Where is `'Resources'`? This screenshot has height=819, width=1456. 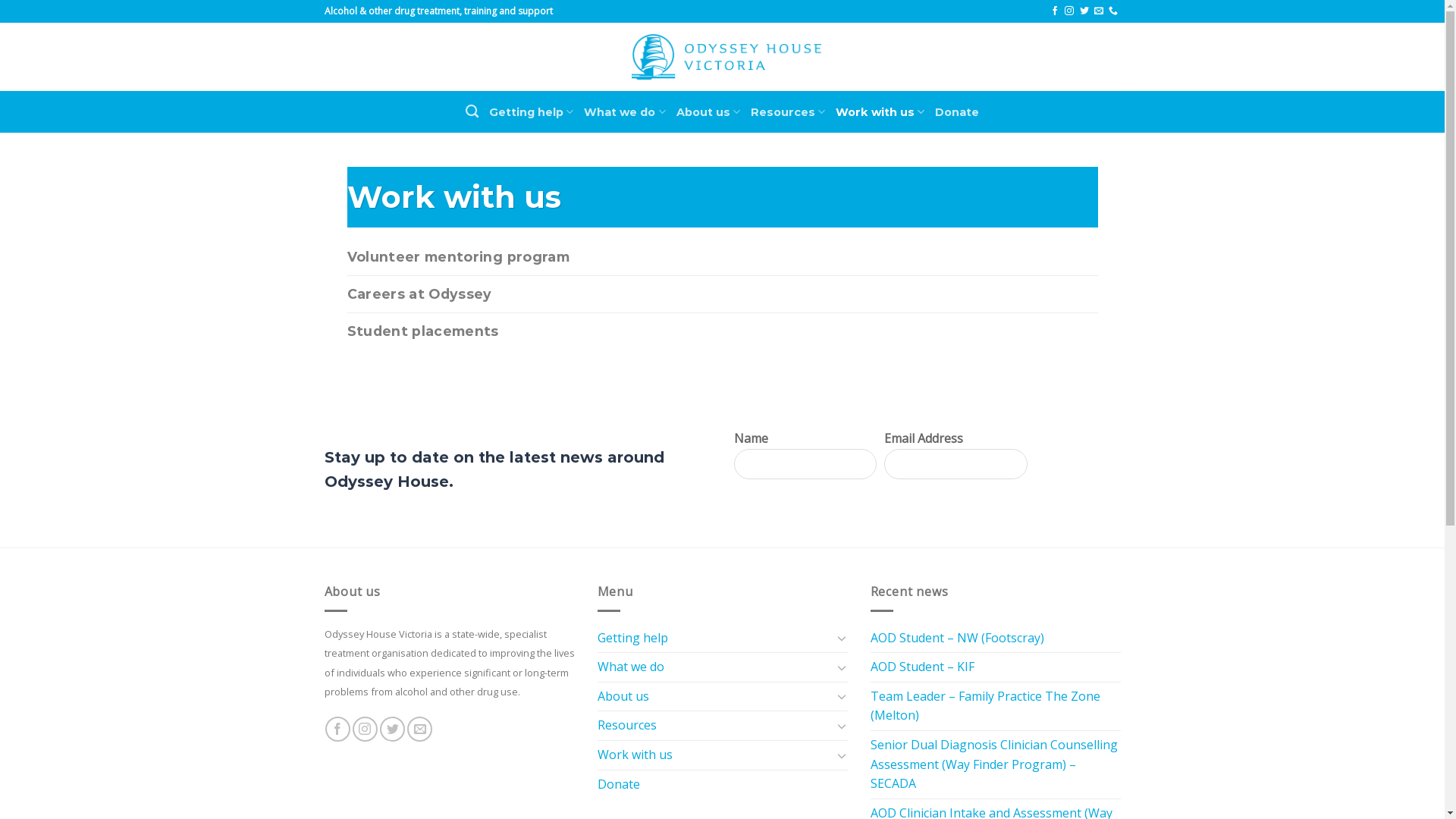
'Resources' is located at coordinates (787, 110).